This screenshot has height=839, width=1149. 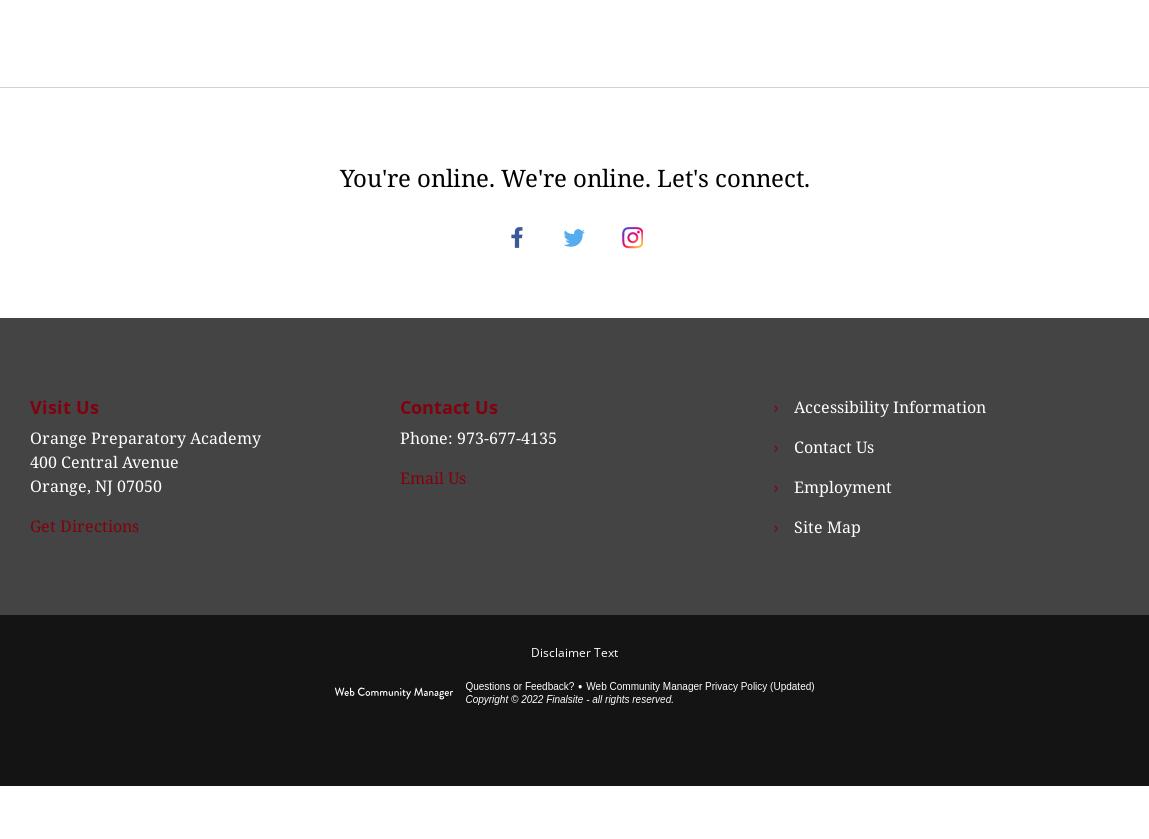 What do you see at coordinates (28, 460) in the screenshot?
I see `'Orange Preparatory Academy'` at bounding box center [28, 460].